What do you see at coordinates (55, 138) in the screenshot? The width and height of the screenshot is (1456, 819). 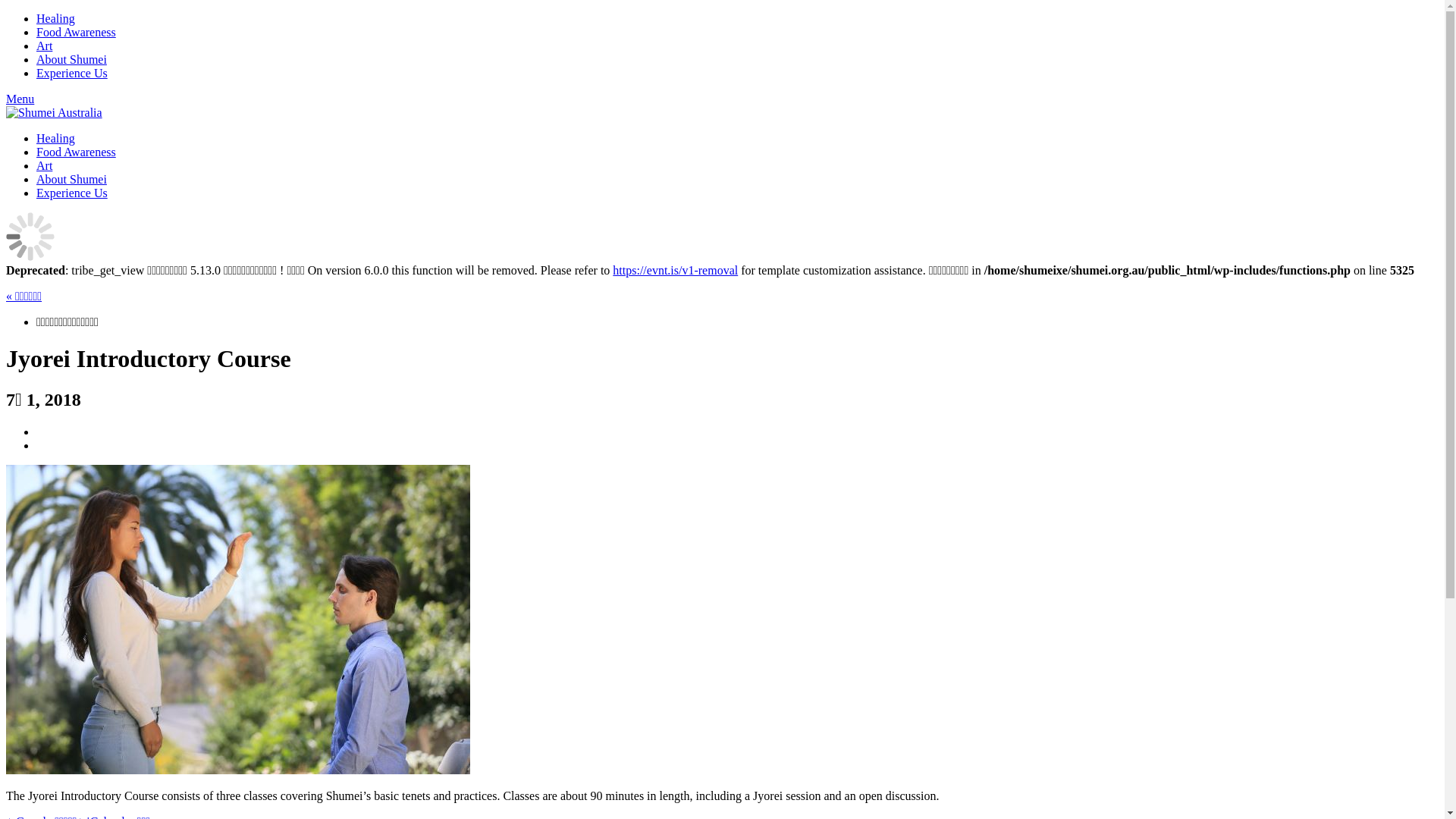 I see `'Healing'` at bounding box center [55, 138].